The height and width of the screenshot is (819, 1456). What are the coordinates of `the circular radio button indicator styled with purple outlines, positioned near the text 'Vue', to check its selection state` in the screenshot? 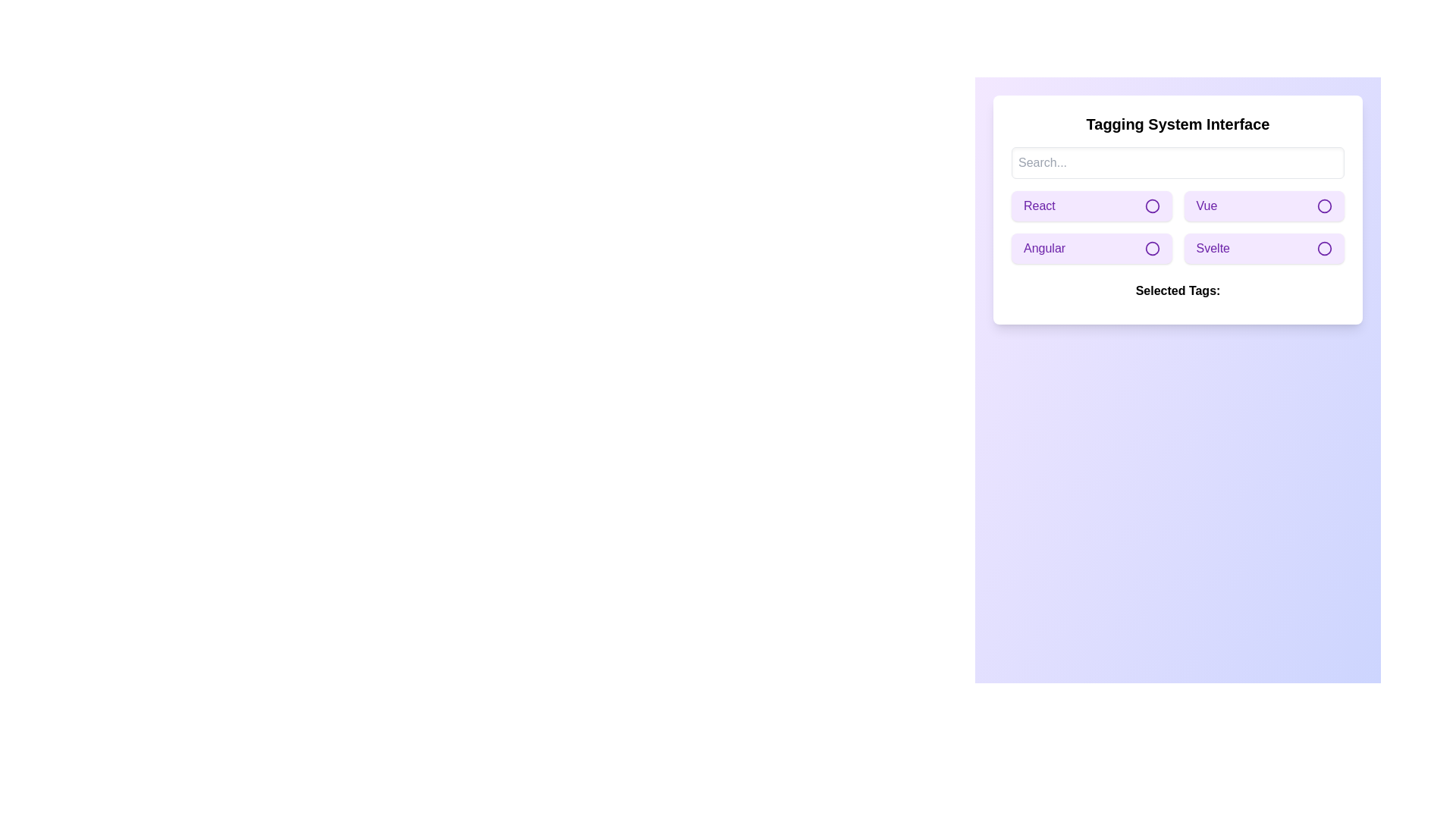 It's located at (1324, 206).